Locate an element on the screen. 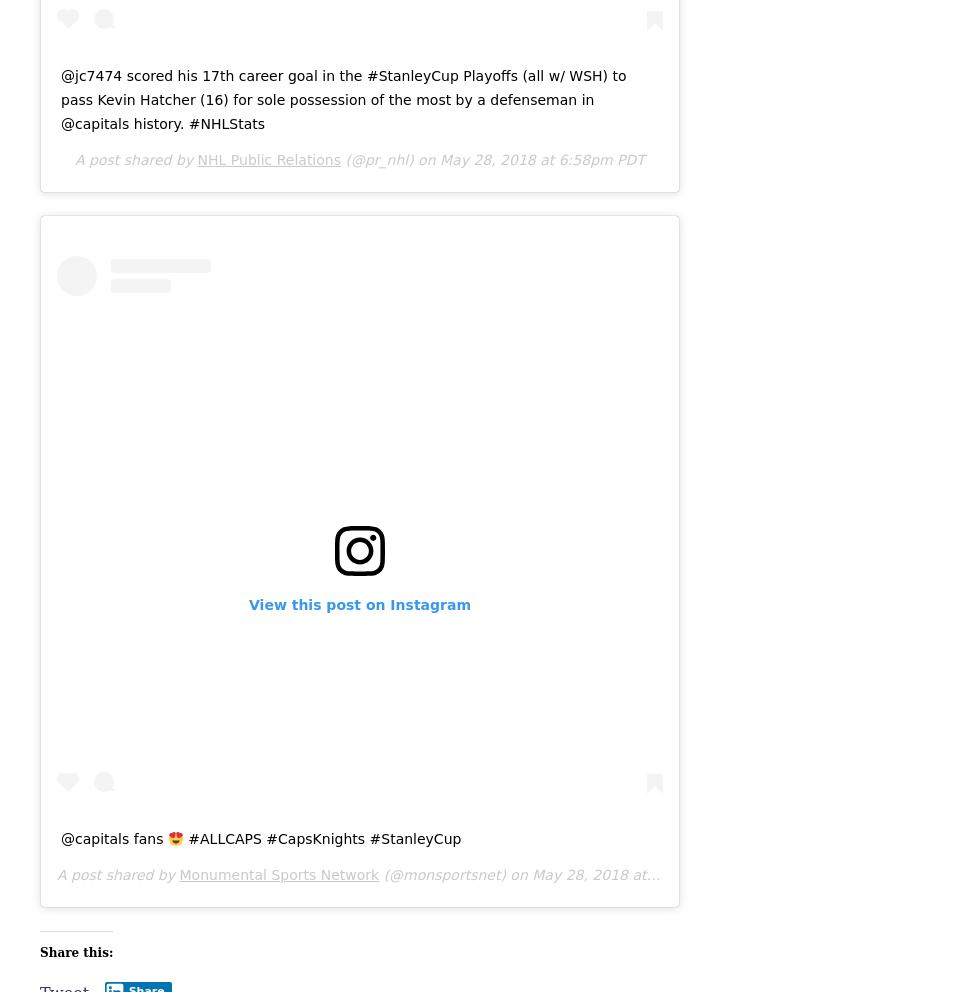 This screenshot has width=980, height=992. '@capitals fans' is located at coordinates (113, 838).